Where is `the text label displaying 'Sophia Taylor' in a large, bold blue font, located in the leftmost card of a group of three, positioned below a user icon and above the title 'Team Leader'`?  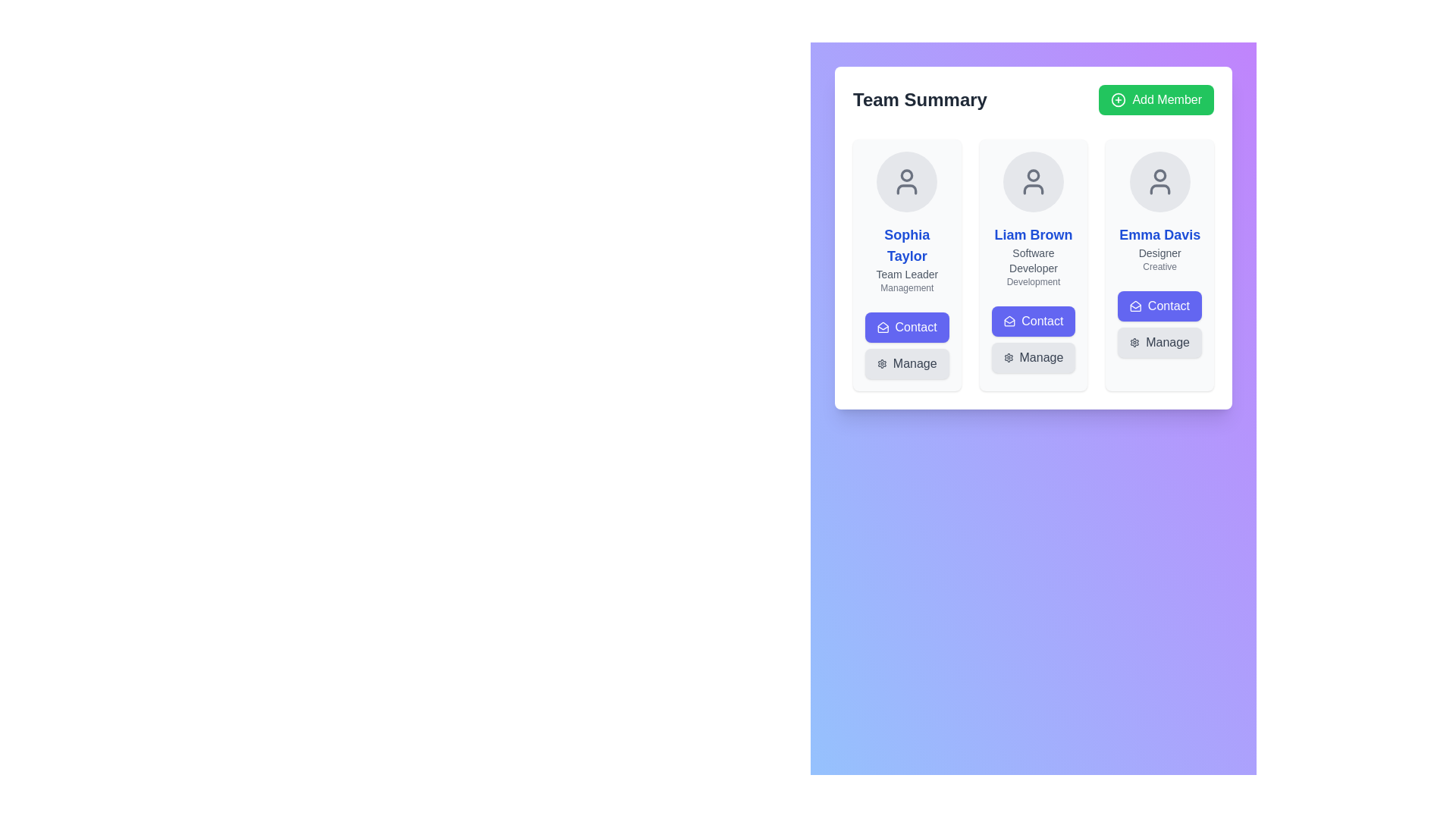 the text label displaying 'Sophia Taylor' in a large, bold blue font, located in the leftmost card of a group of three, positioned below a user icon and above the title 'Team Leader' is located at coordinates (907, 245).